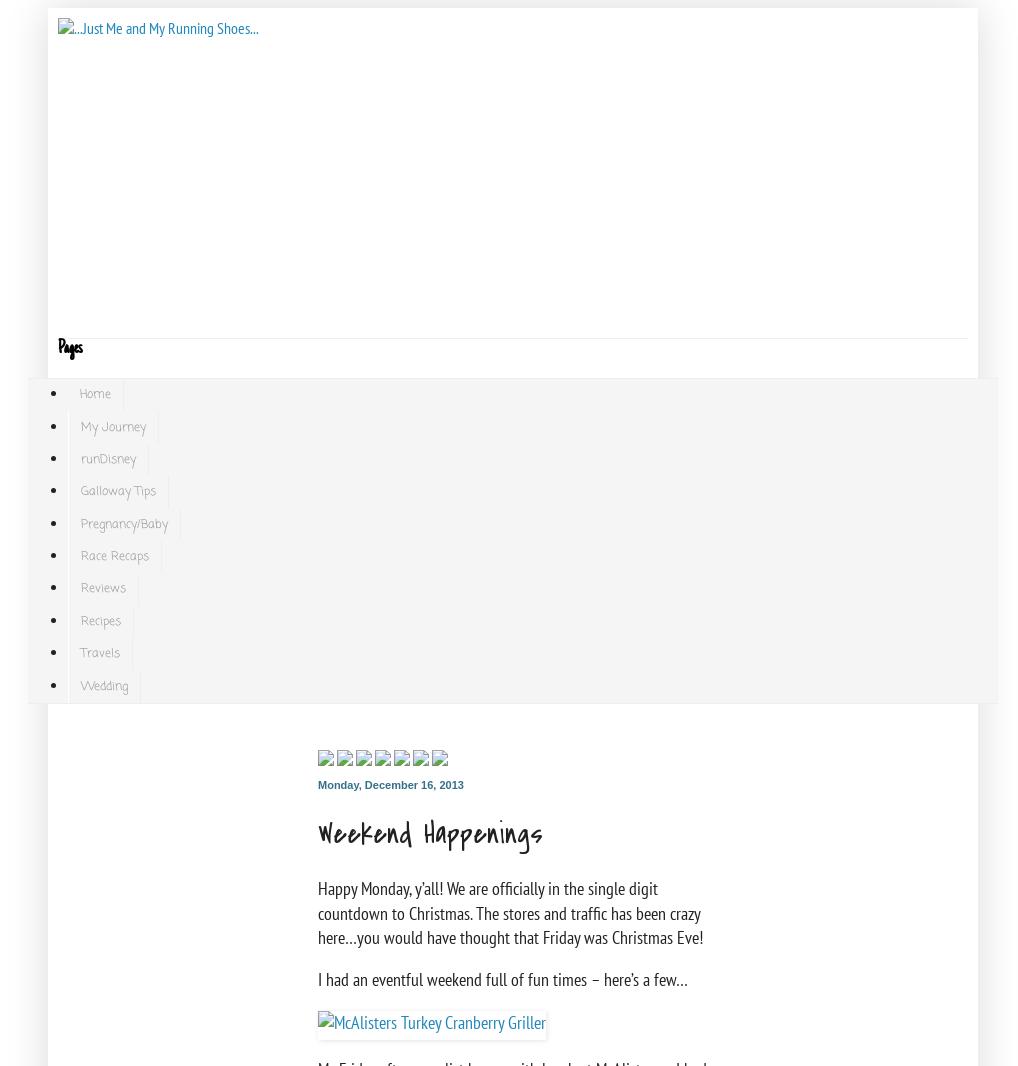  I want to click on 'Pages', so click(70, 349).